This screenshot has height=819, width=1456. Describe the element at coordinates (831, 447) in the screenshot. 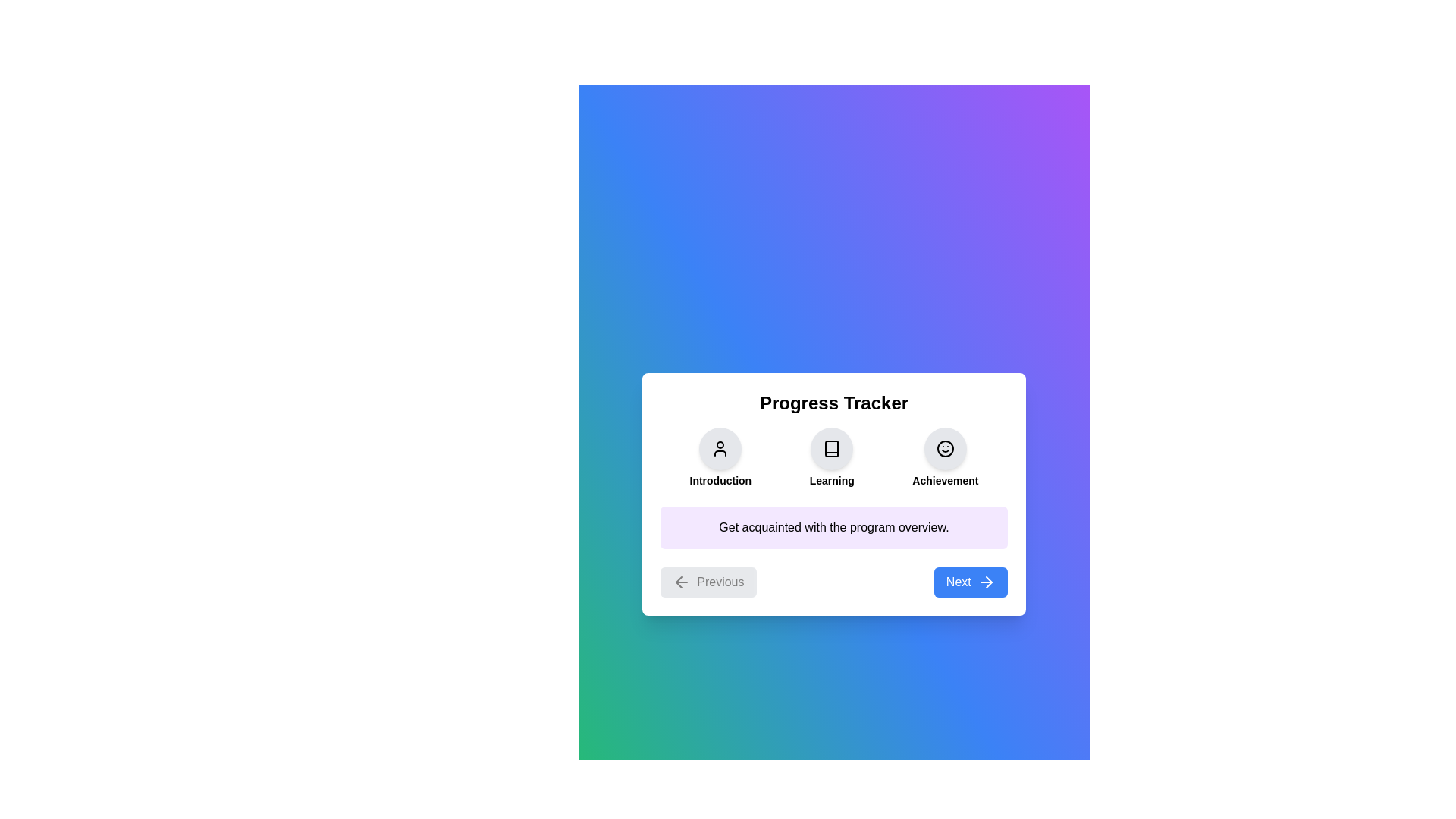

I see `the Learning section icon to view its details` at that location.